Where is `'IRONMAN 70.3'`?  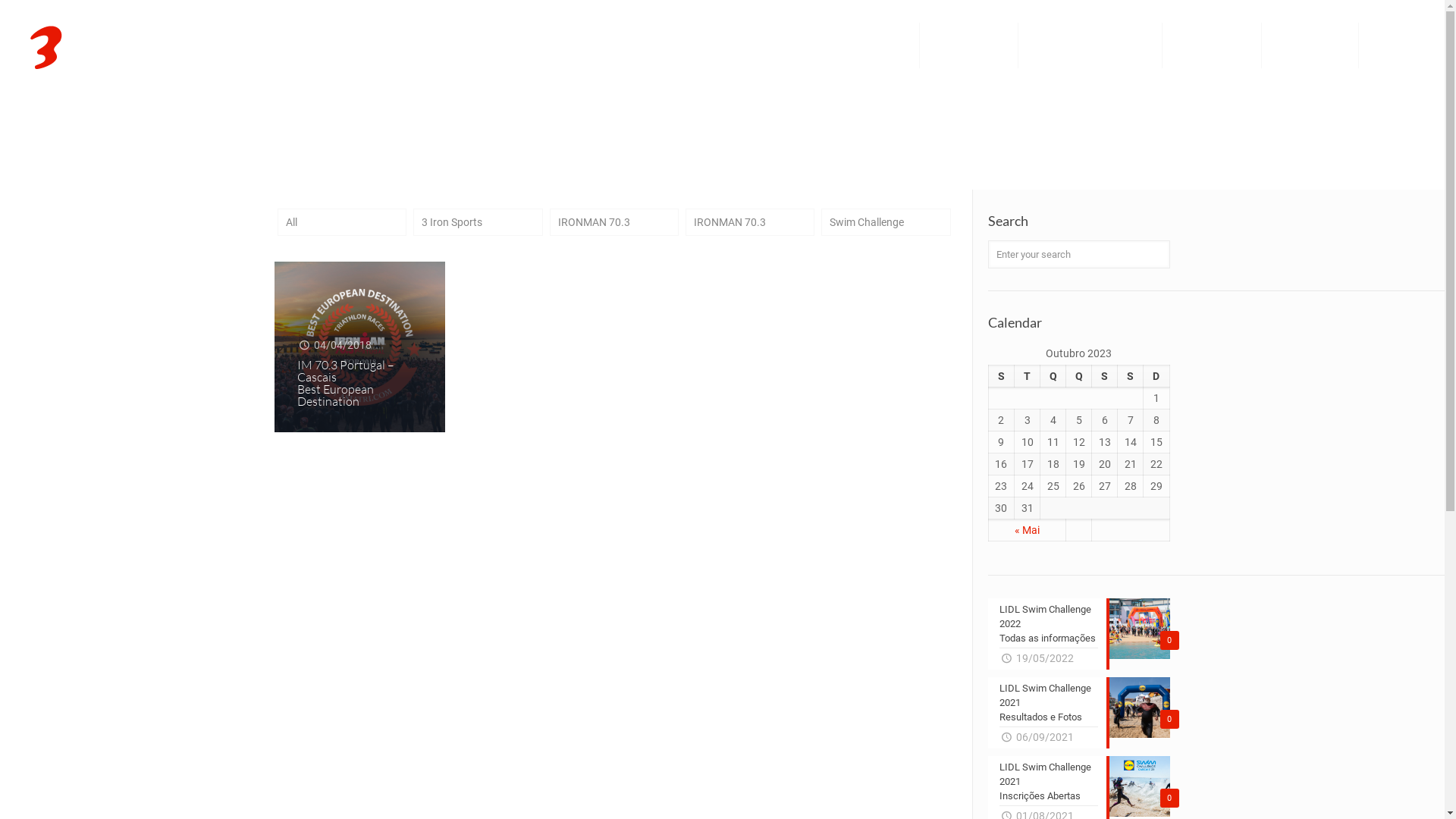
'IRONMAN 70.3' is located at coordinates (749, 221).